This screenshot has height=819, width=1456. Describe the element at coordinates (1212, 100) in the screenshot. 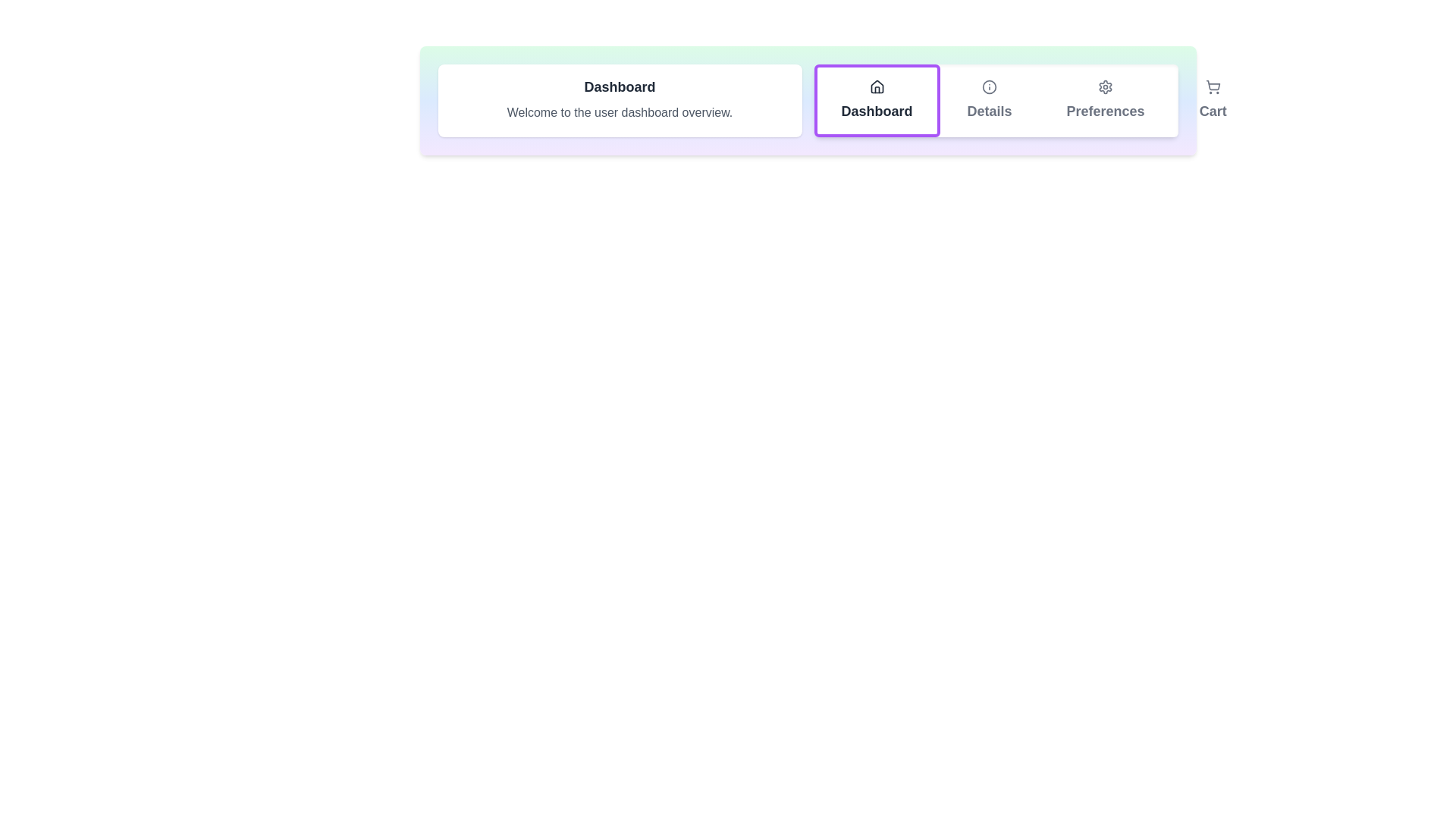

I see `the tab corresponding to Cart` at that location.